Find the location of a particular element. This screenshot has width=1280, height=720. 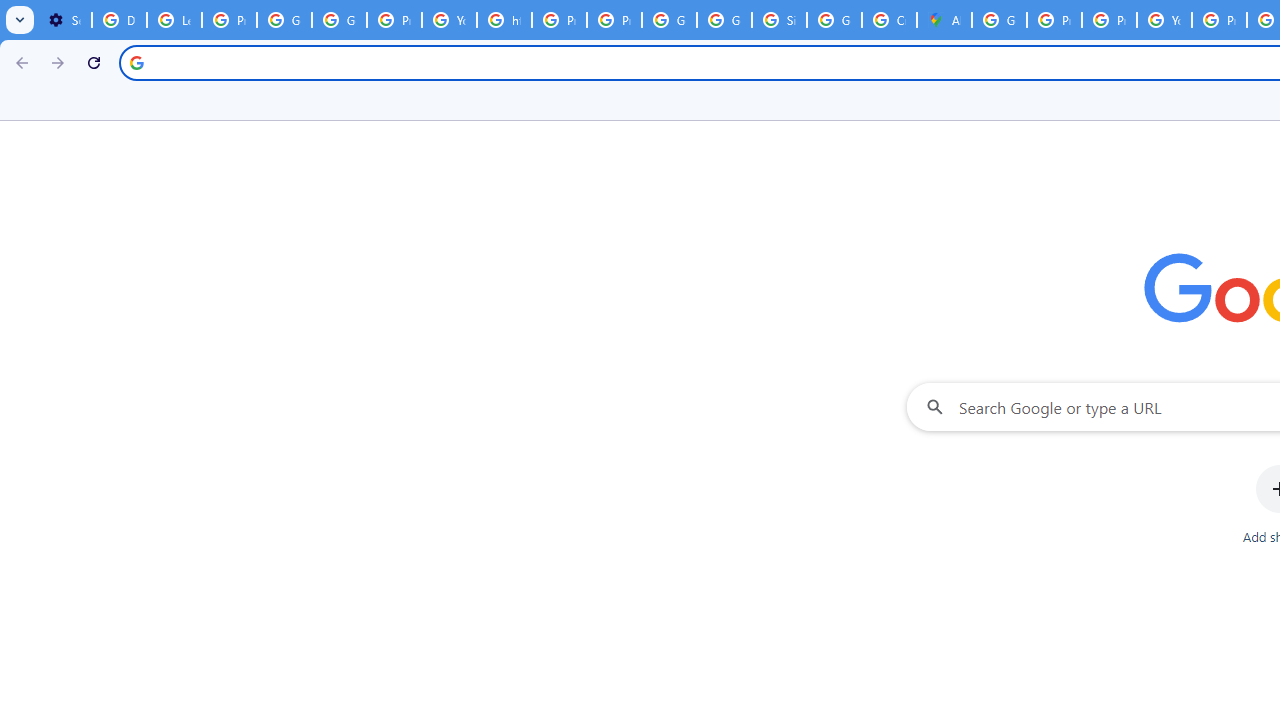

'YouTube' is located at coordinates (448, 20).